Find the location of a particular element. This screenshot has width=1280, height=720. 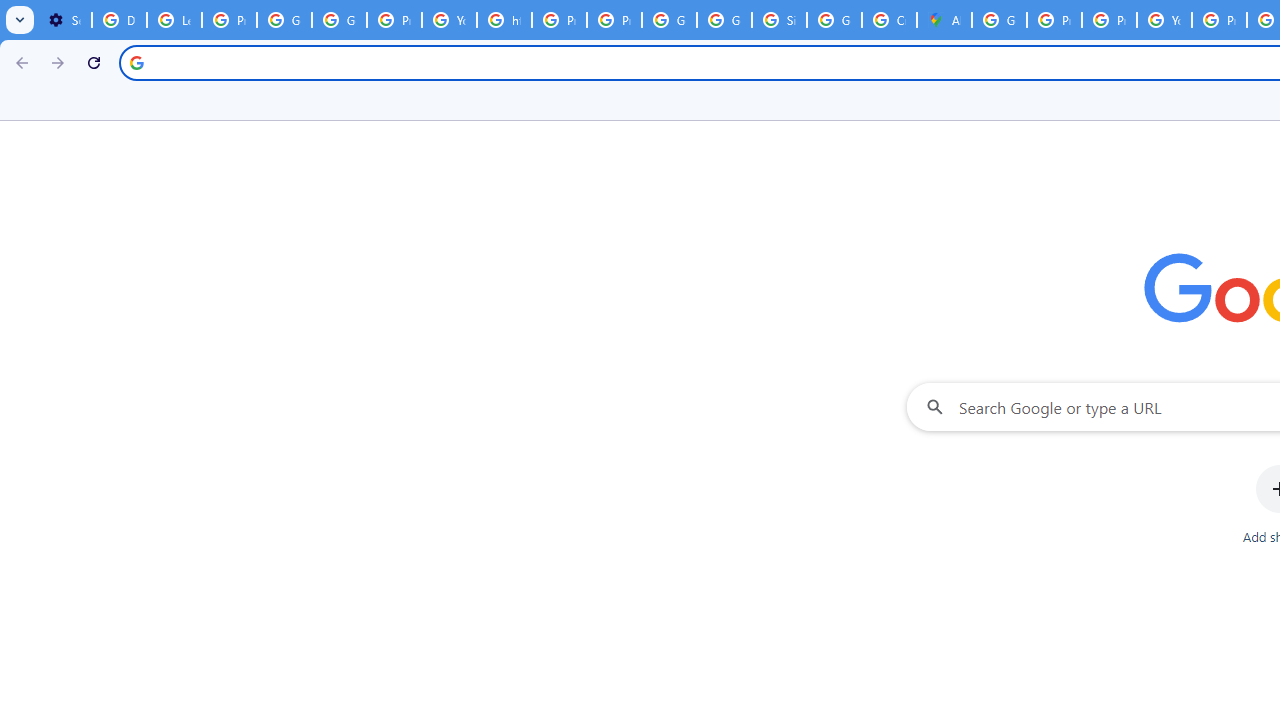

'YouTube' is located at coordinates (448, 20).